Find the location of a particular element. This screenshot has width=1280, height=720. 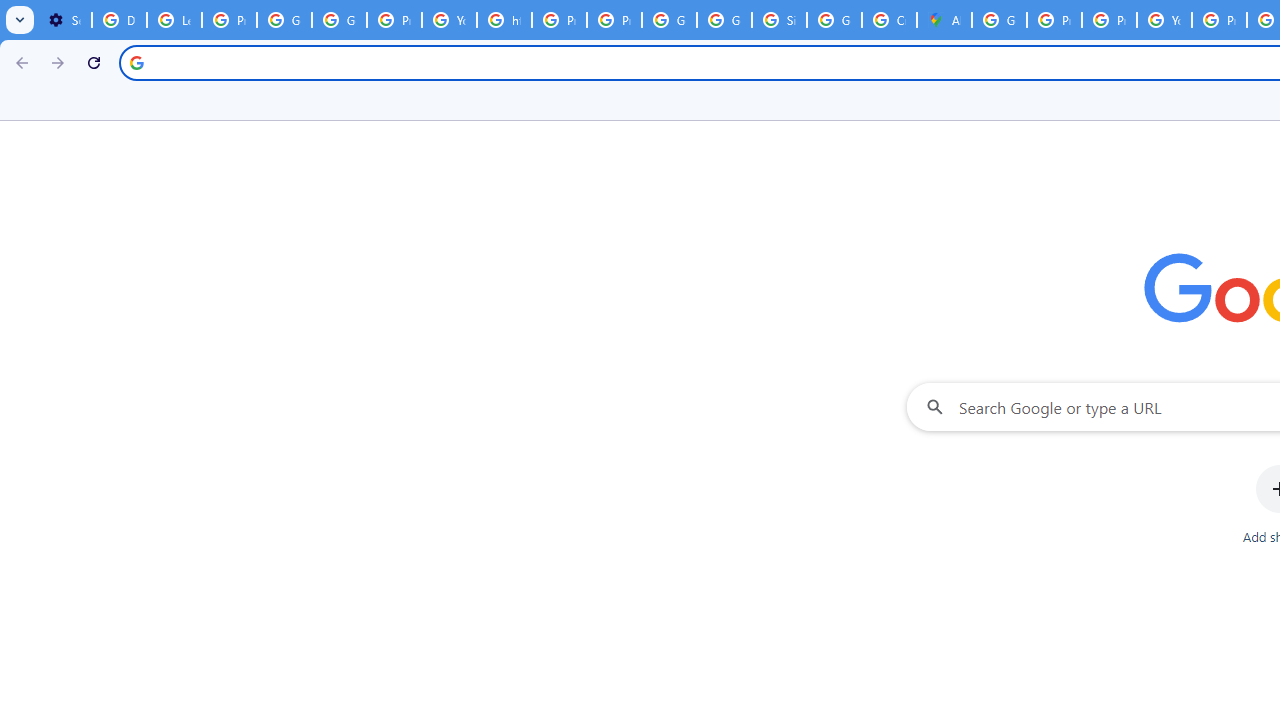

'YouTube' is located at coordinates (448, 20).